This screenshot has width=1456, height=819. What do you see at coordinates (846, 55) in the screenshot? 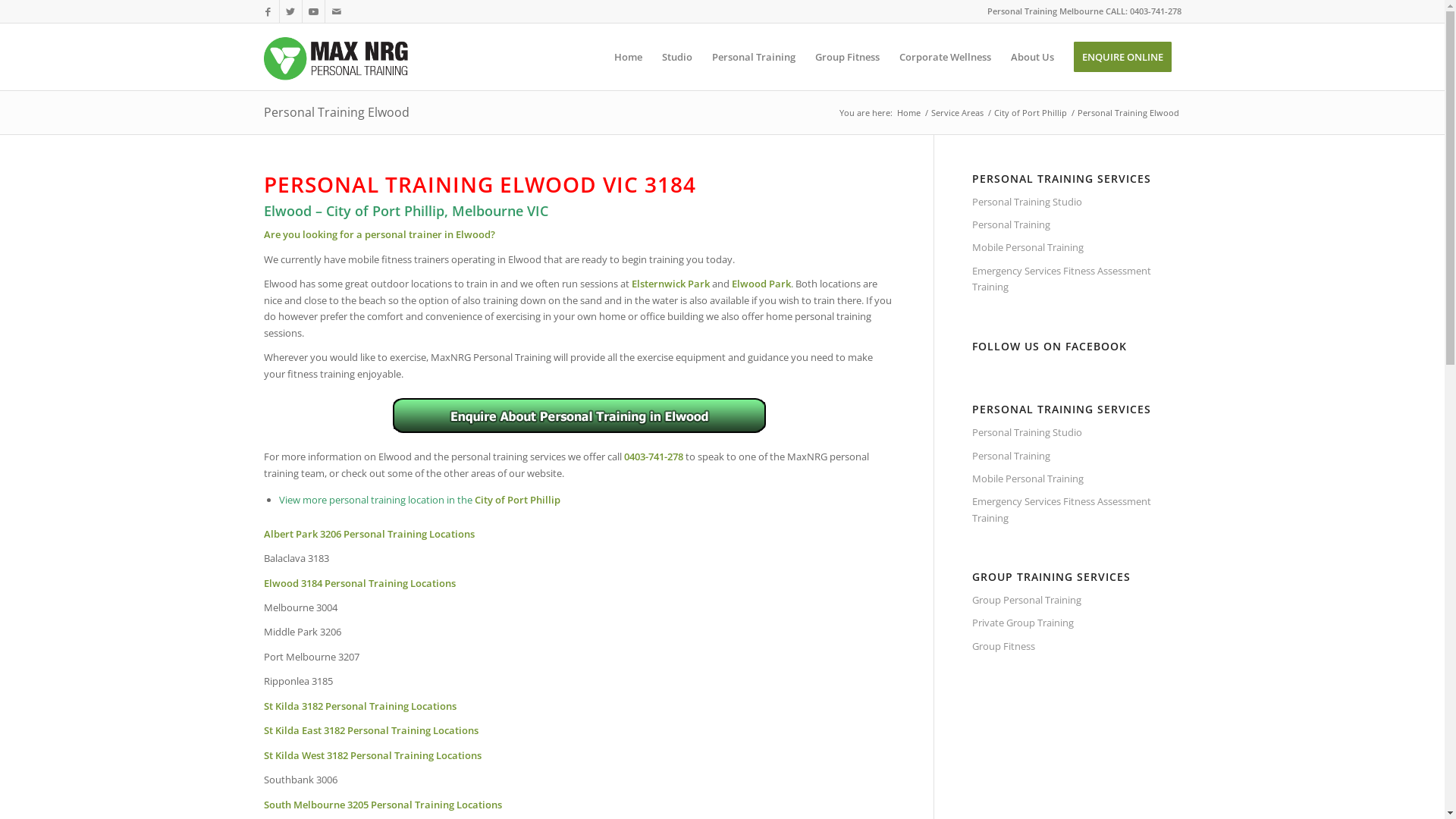
I see `'Group Fitness'` at bounding box center [846, 55].